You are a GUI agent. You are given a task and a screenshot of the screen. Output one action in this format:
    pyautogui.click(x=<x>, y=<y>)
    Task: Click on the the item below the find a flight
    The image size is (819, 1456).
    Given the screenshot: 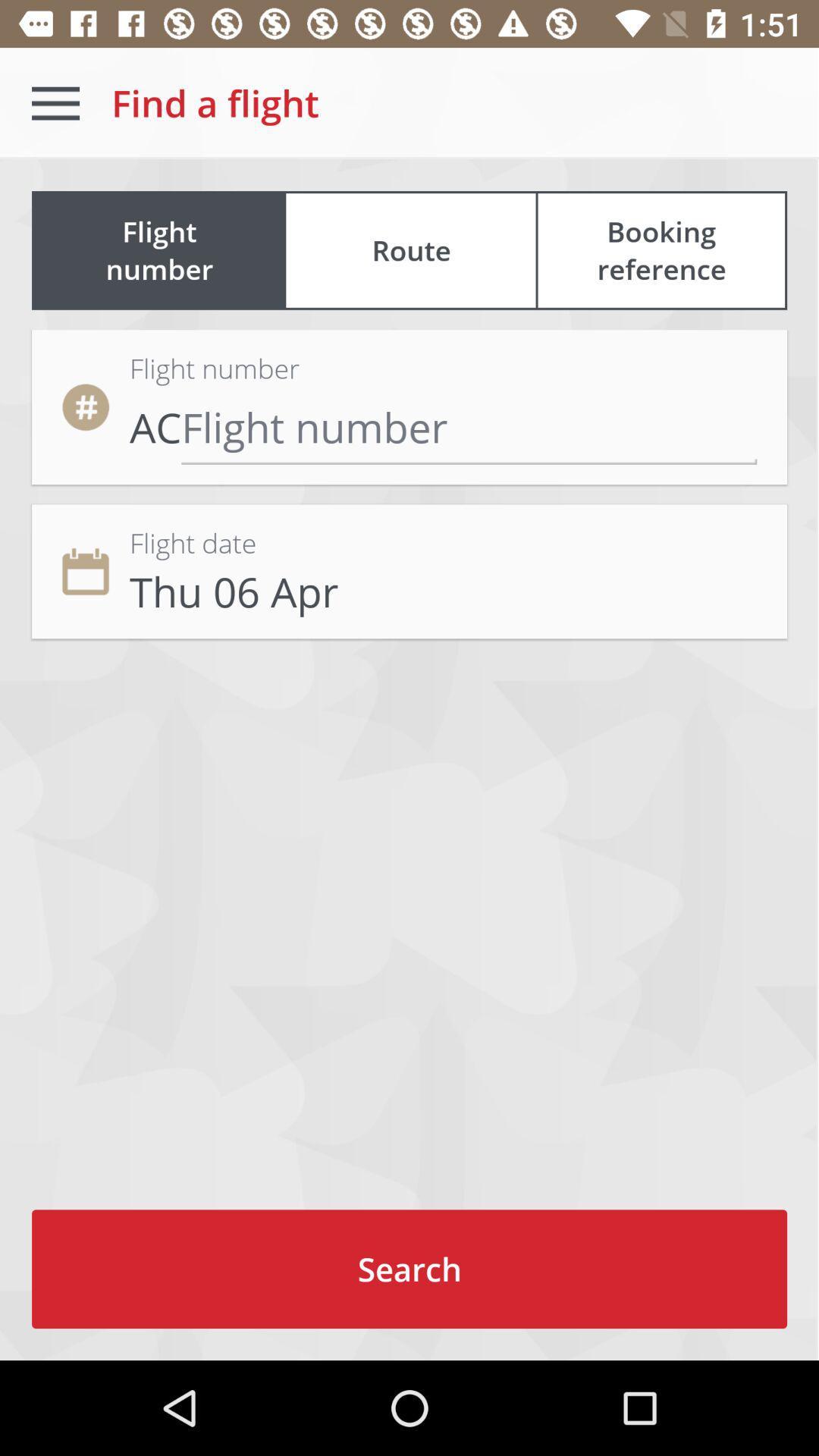 What is the action you would take?
    pyautogui.click(x=411, y=250)
    